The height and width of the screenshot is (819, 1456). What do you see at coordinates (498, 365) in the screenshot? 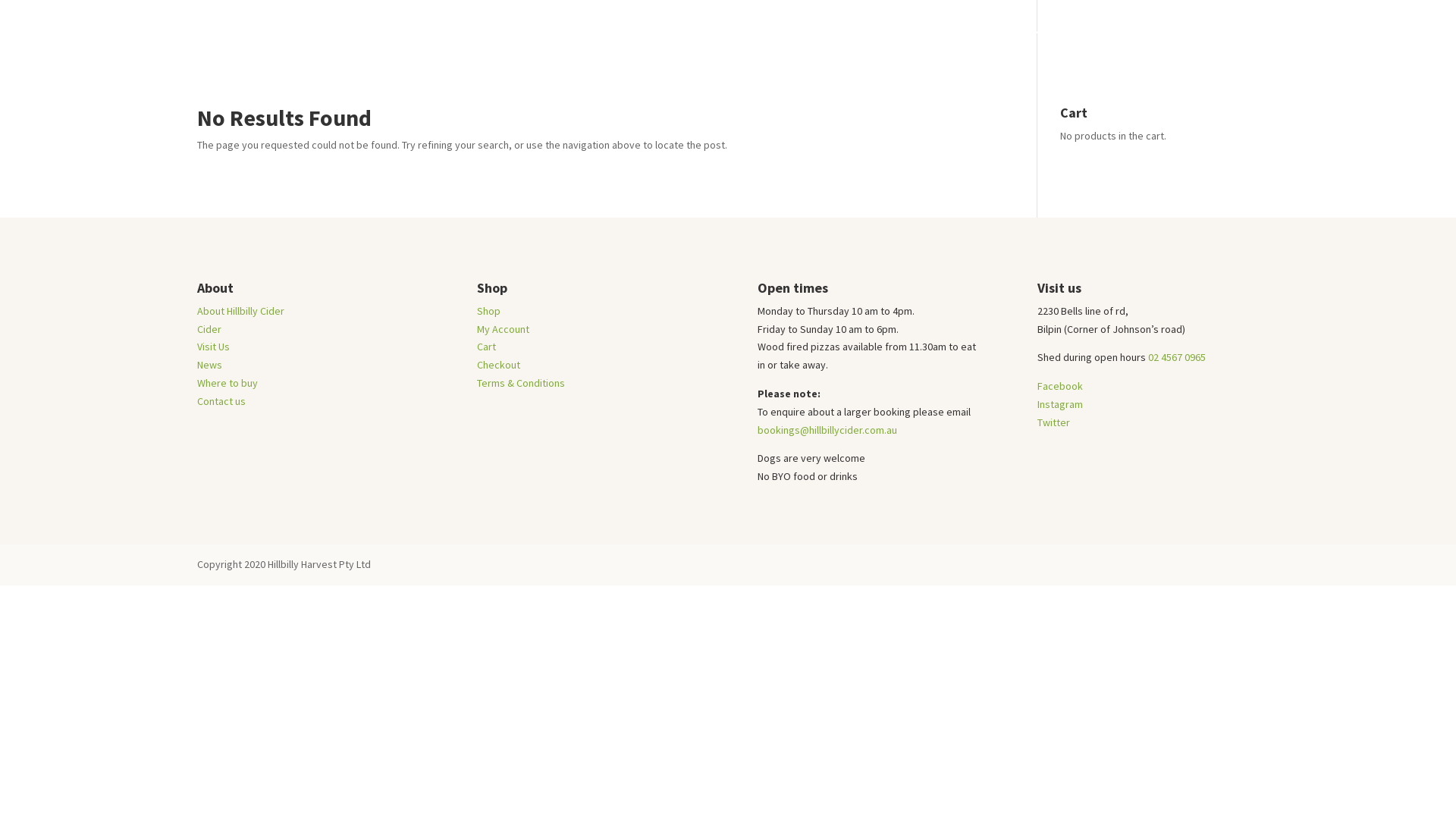
I see `'Checkout'` at bounding box center [498, 365].